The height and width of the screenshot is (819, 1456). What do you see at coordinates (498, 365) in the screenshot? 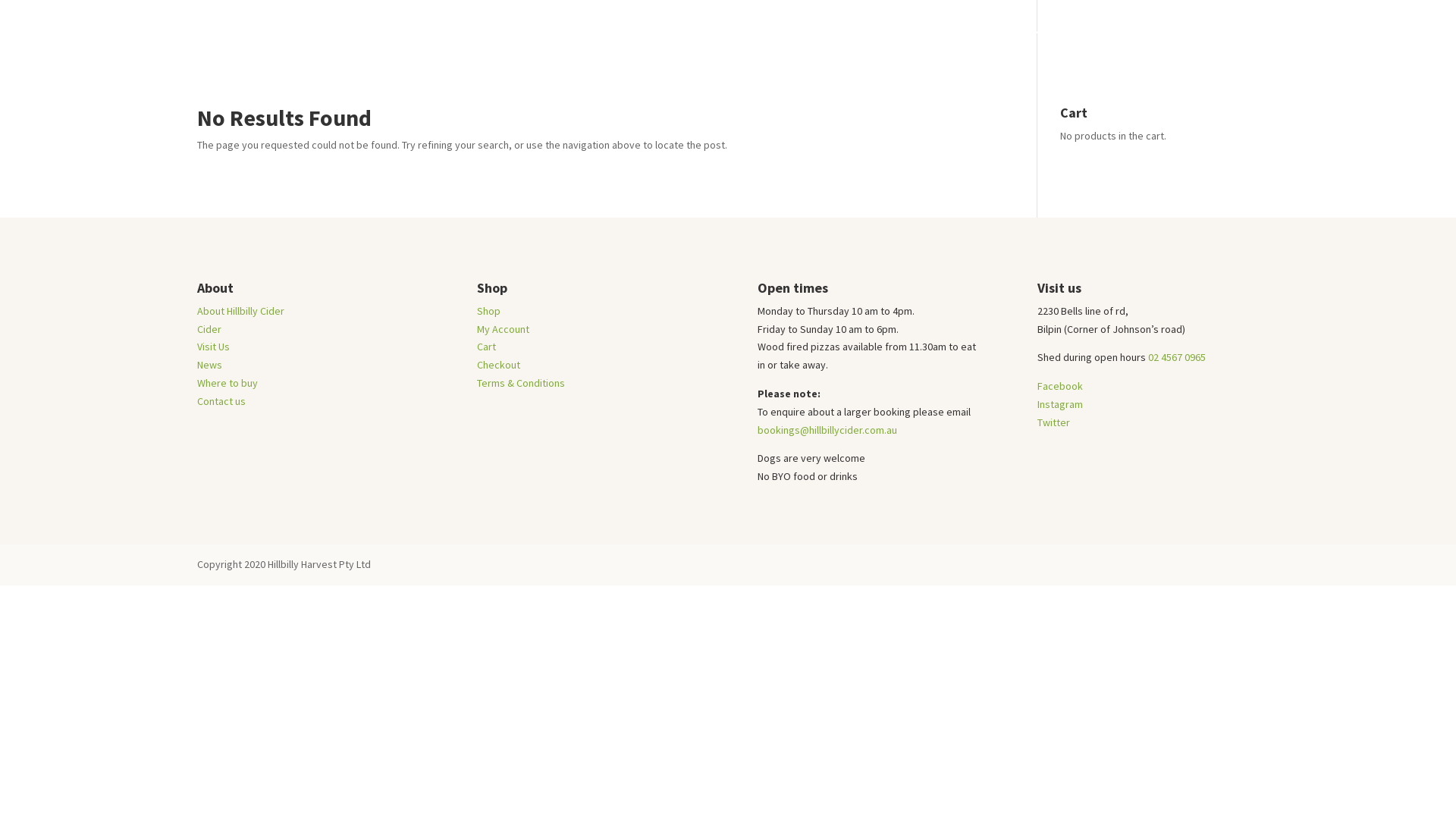
I see `'Checkout'` at bounding box center [498, 365].